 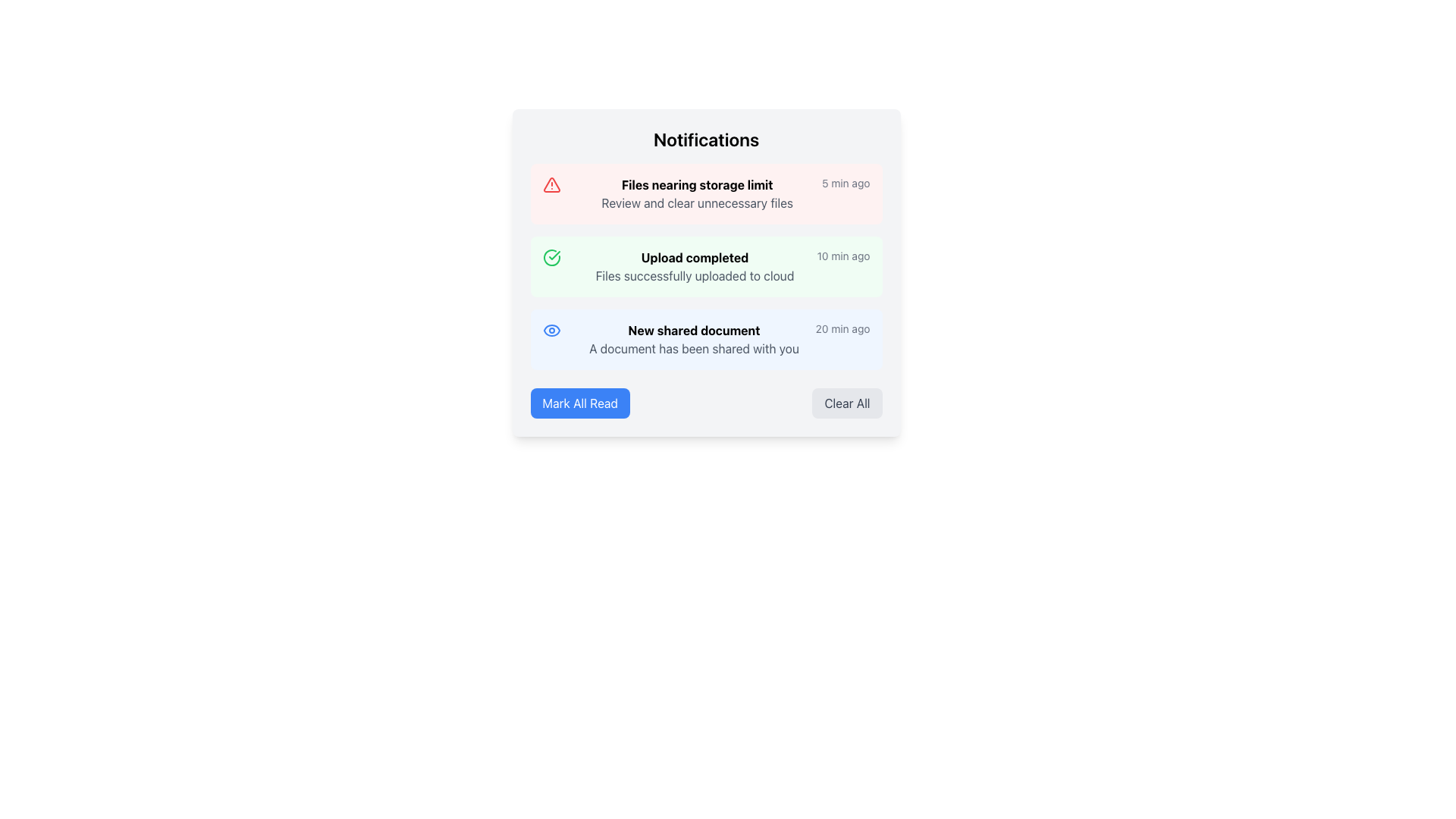 What do you see at coordinates (696, 184) in the screenshot?
I see `the title text label for the storage usage notification, which is positioned at the upper part of the notification bar and alerts users to the storage issue` at bounding box center [696, 184].